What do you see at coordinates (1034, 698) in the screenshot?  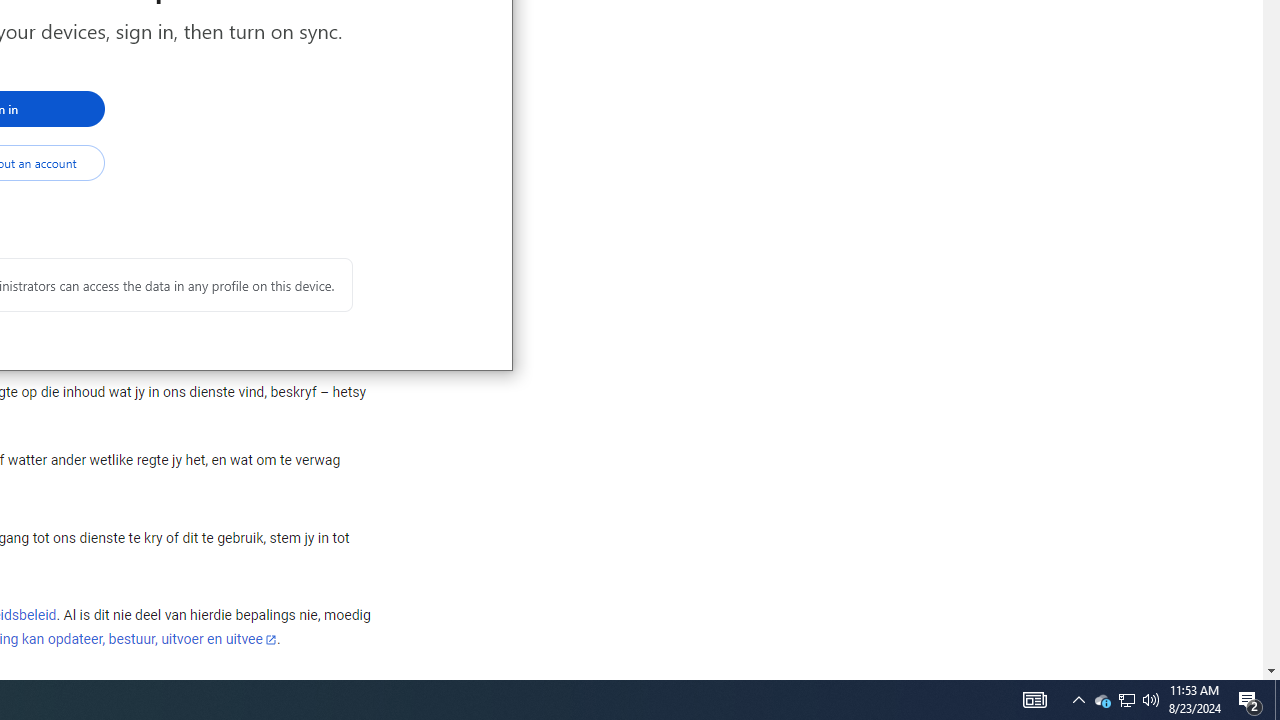 I see `'AutomationID: 4105'` at bounding box center [1034, 698].